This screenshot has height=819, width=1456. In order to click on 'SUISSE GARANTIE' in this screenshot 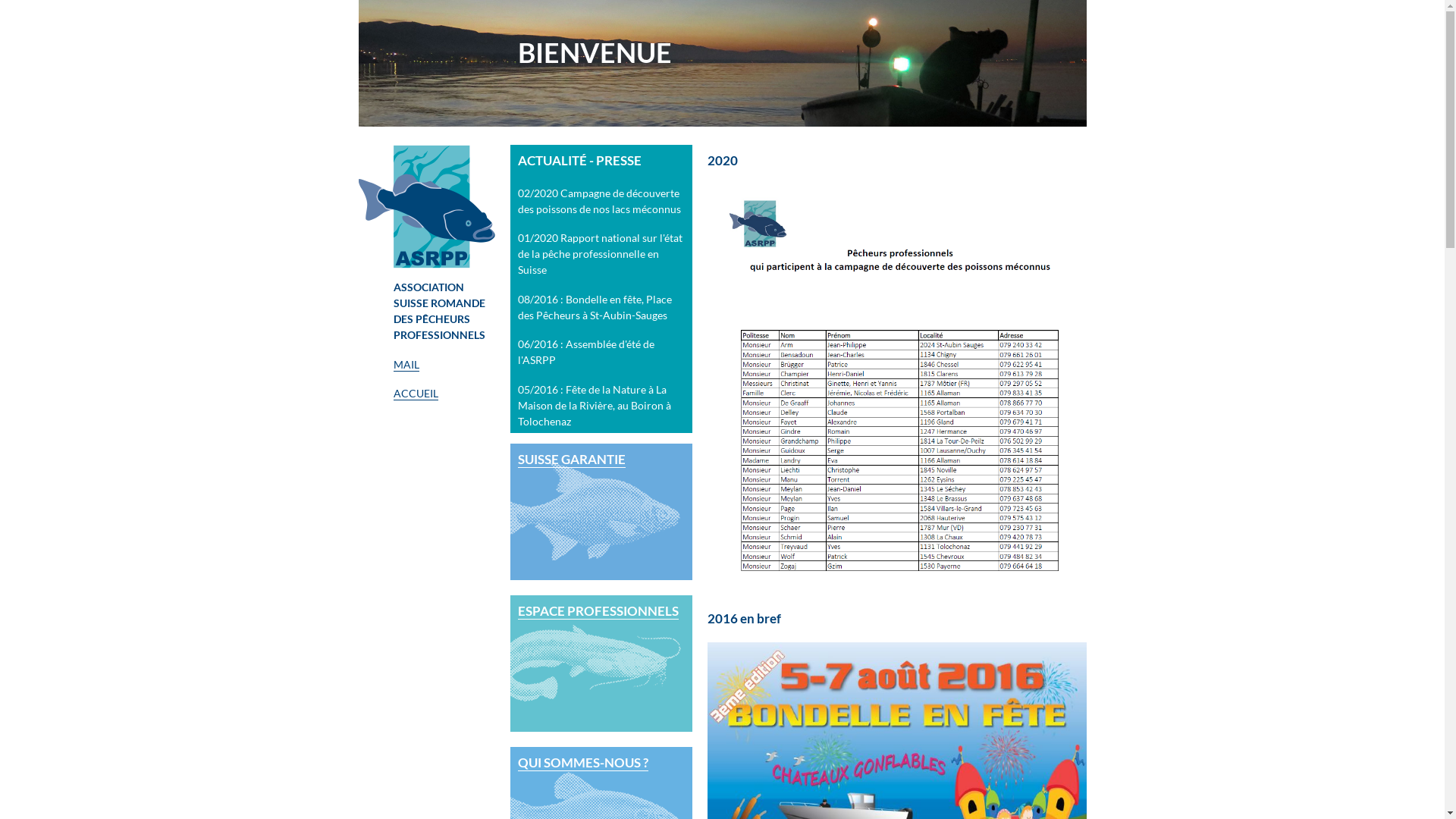, I will do `click(600, 512)`.